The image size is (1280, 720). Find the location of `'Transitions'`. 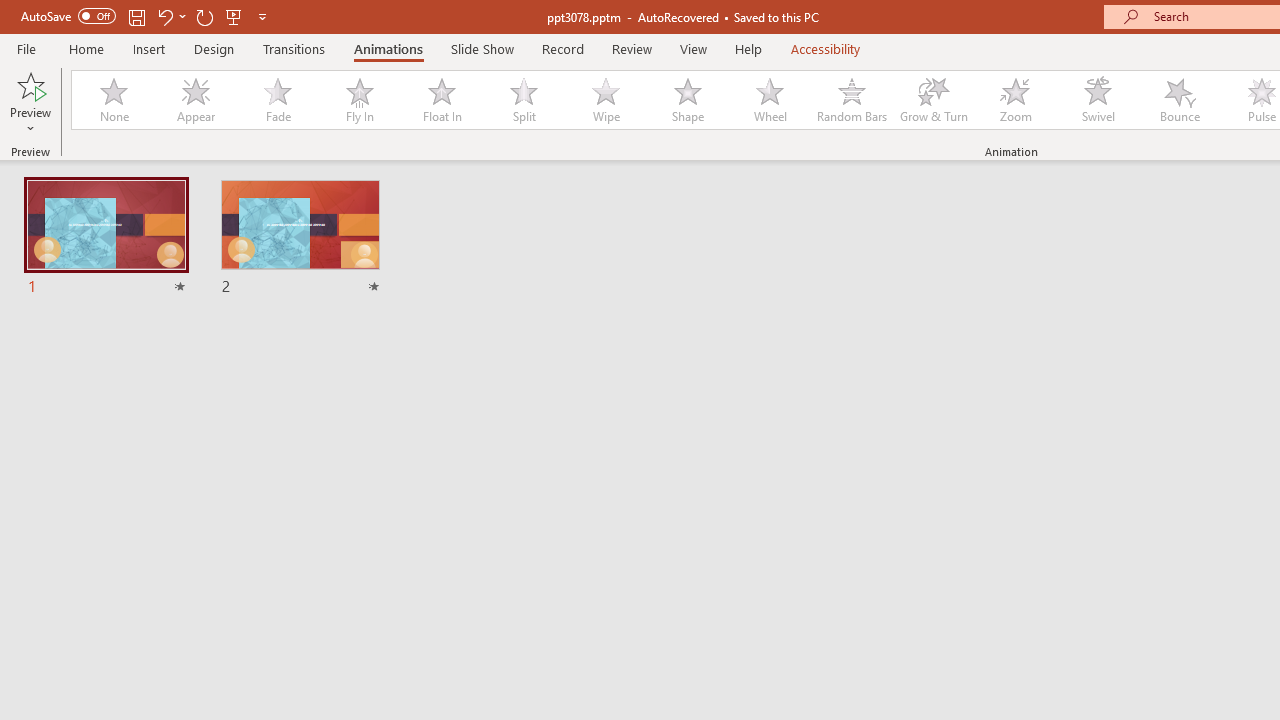

'Transitions' is located at coordinates (294, 48).